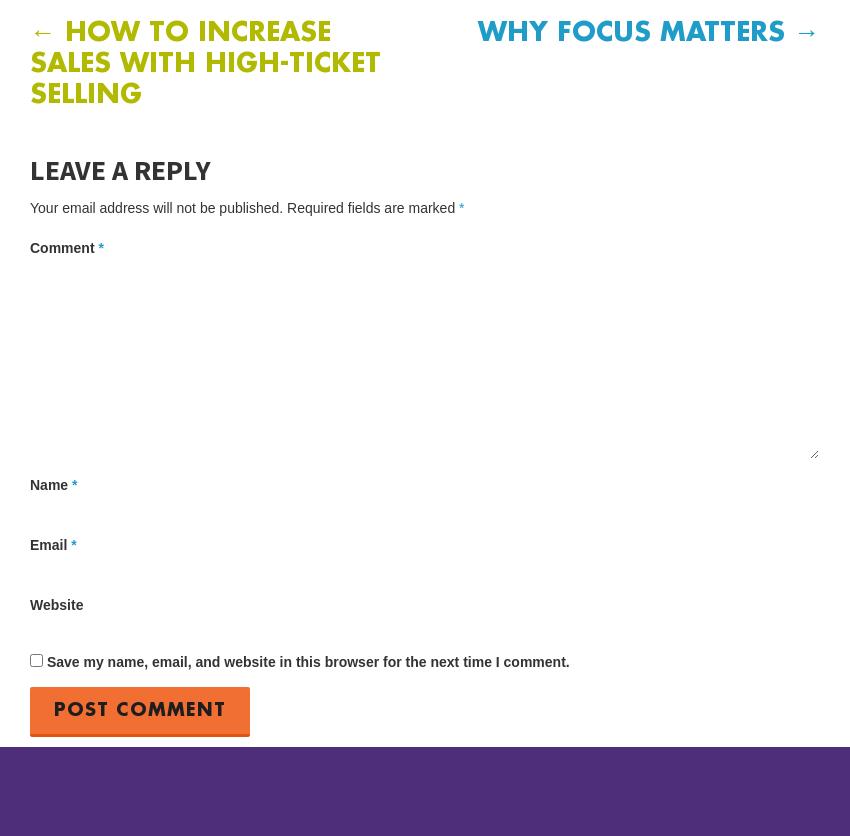 The width and height of the screenshot is (850, 836). What do you see at coordinates (156, 205) in the screenshot?
I see `'Your email address will not be published.'` at bounding box center [156, 205].